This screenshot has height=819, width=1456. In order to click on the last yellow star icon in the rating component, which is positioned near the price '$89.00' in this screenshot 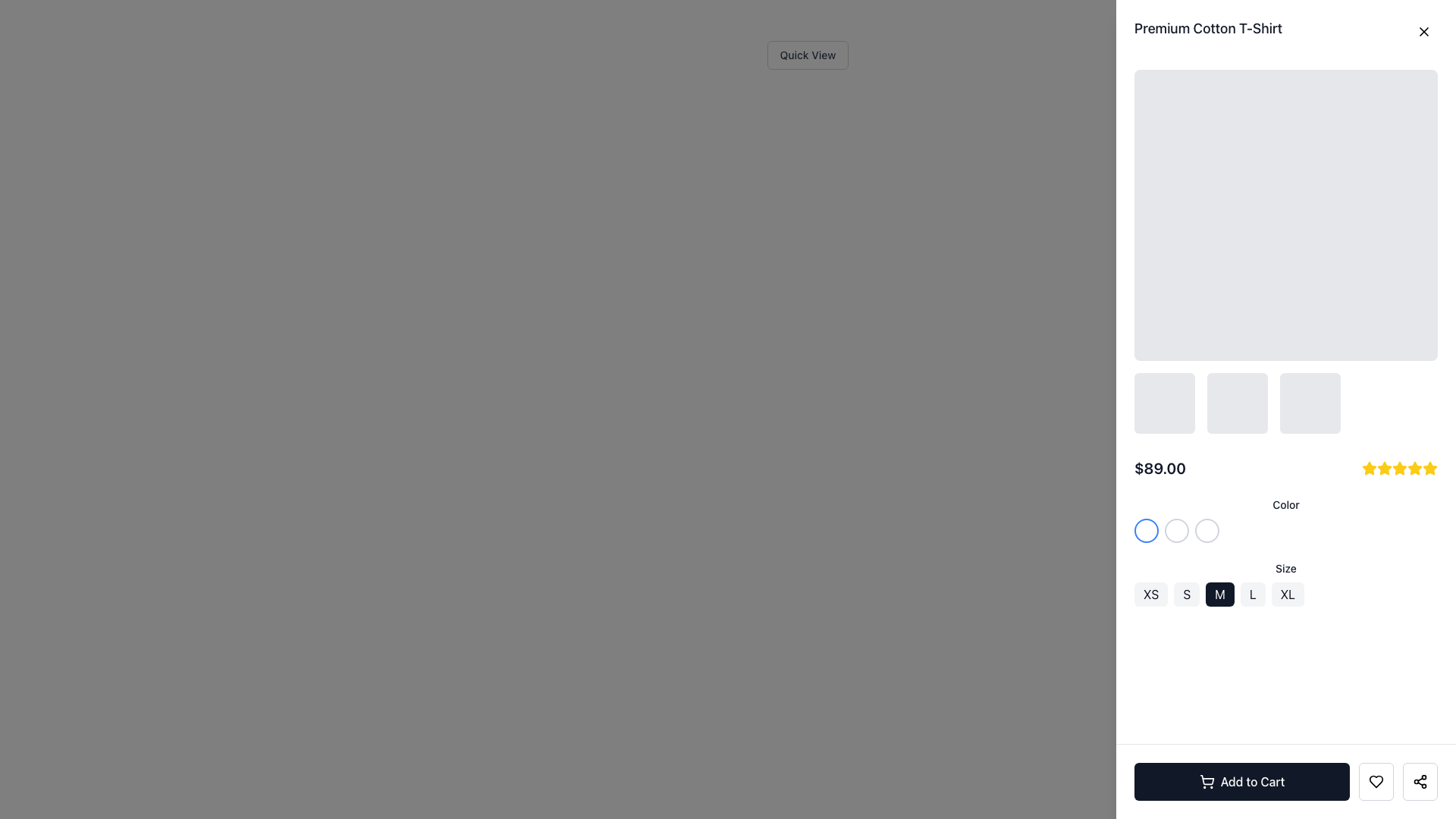, I will do `click(1429, 467)`.